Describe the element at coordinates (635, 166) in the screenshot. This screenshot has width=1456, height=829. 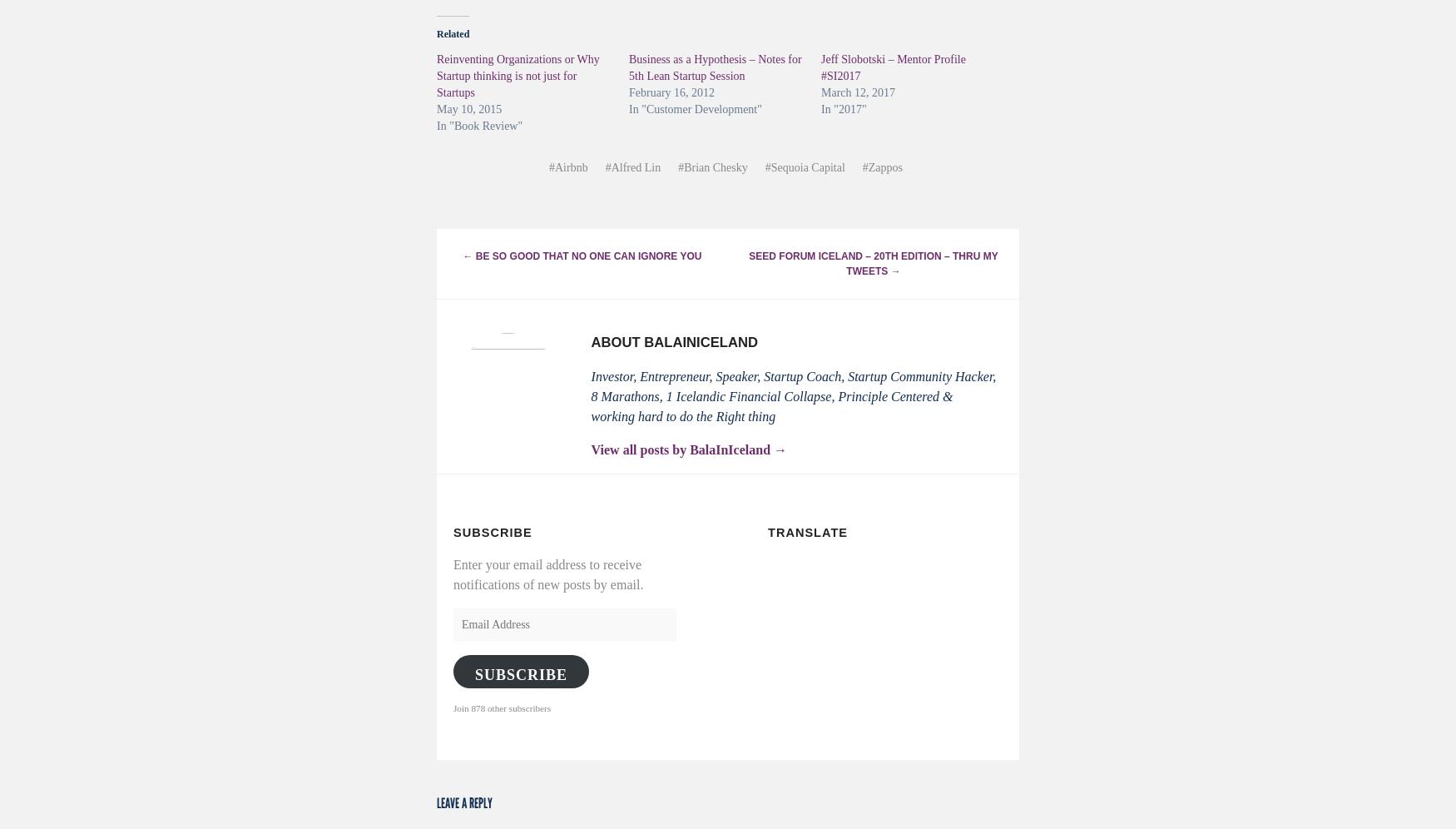
I see `'Alfred Lin'` at that location.